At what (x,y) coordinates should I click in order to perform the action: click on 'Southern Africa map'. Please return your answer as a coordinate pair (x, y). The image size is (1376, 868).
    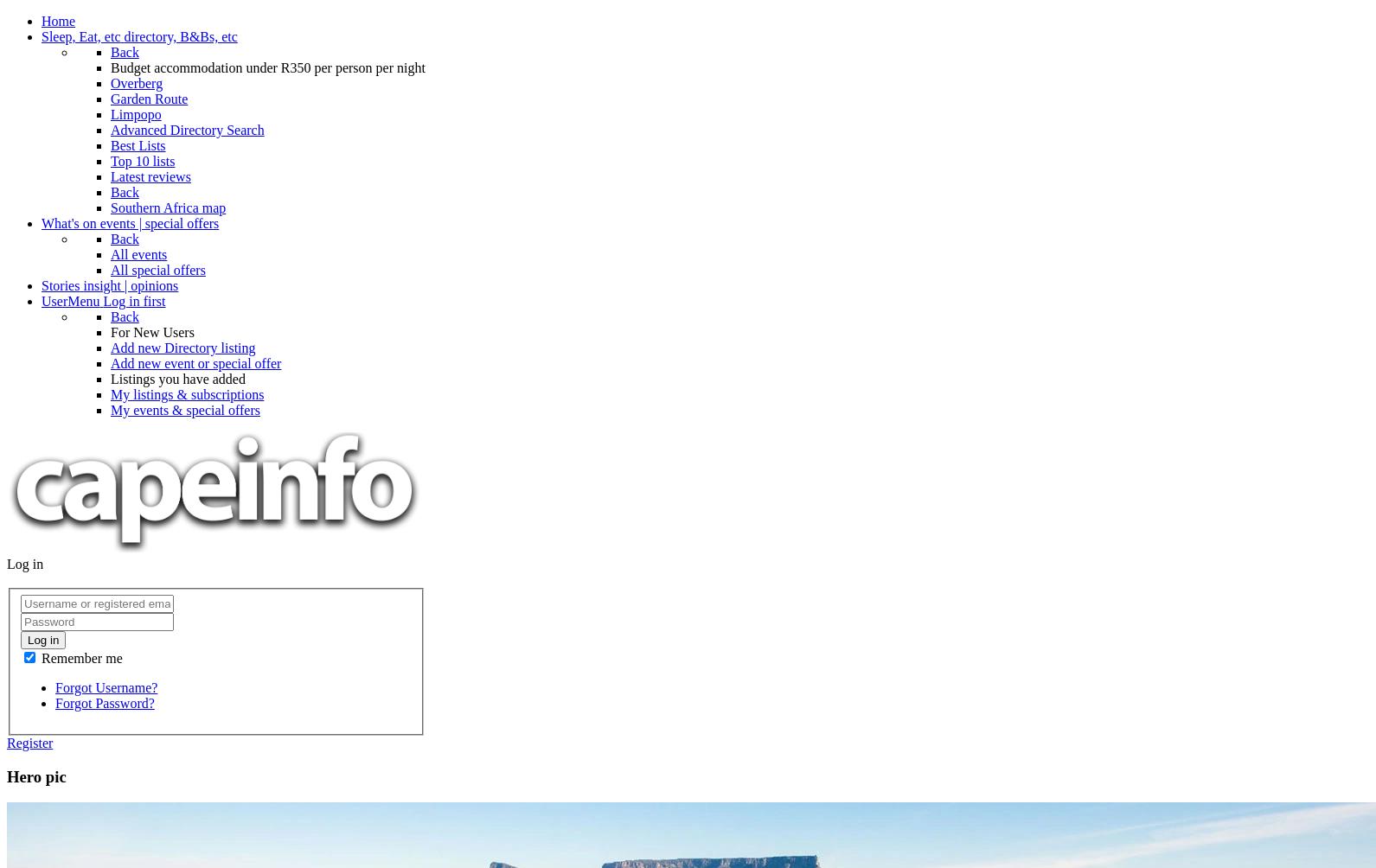
    Looking at the image, I should click on (167, 207).